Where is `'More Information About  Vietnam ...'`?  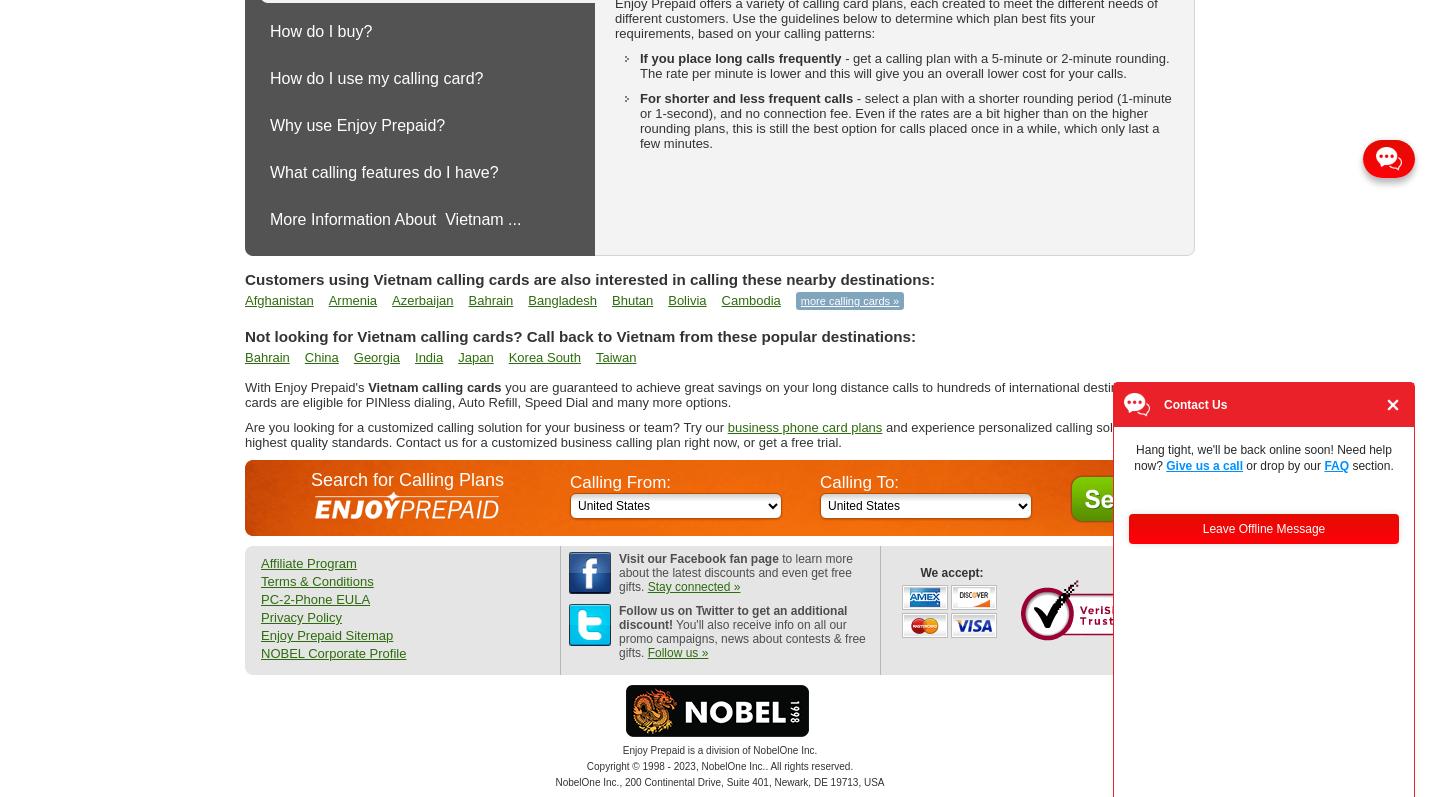
'More Information About  Vietnam ...' is located at coordinates (394, 219).